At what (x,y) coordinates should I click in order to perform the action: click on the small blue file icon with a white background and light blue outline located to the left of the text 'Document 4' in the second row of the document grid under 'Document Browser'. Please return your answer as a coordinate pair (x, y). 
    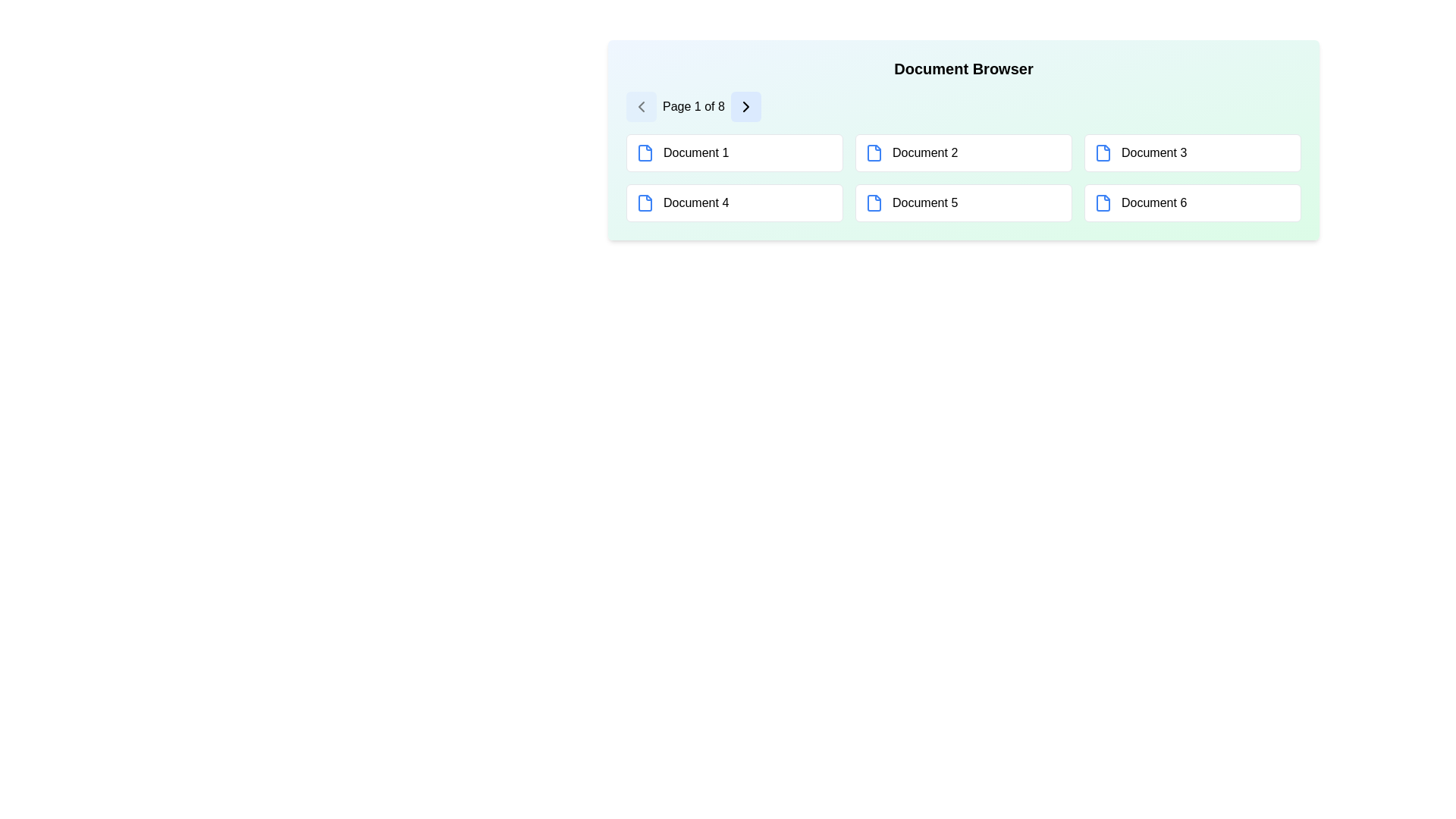
    Looking at the image, I should click on (645, 202).